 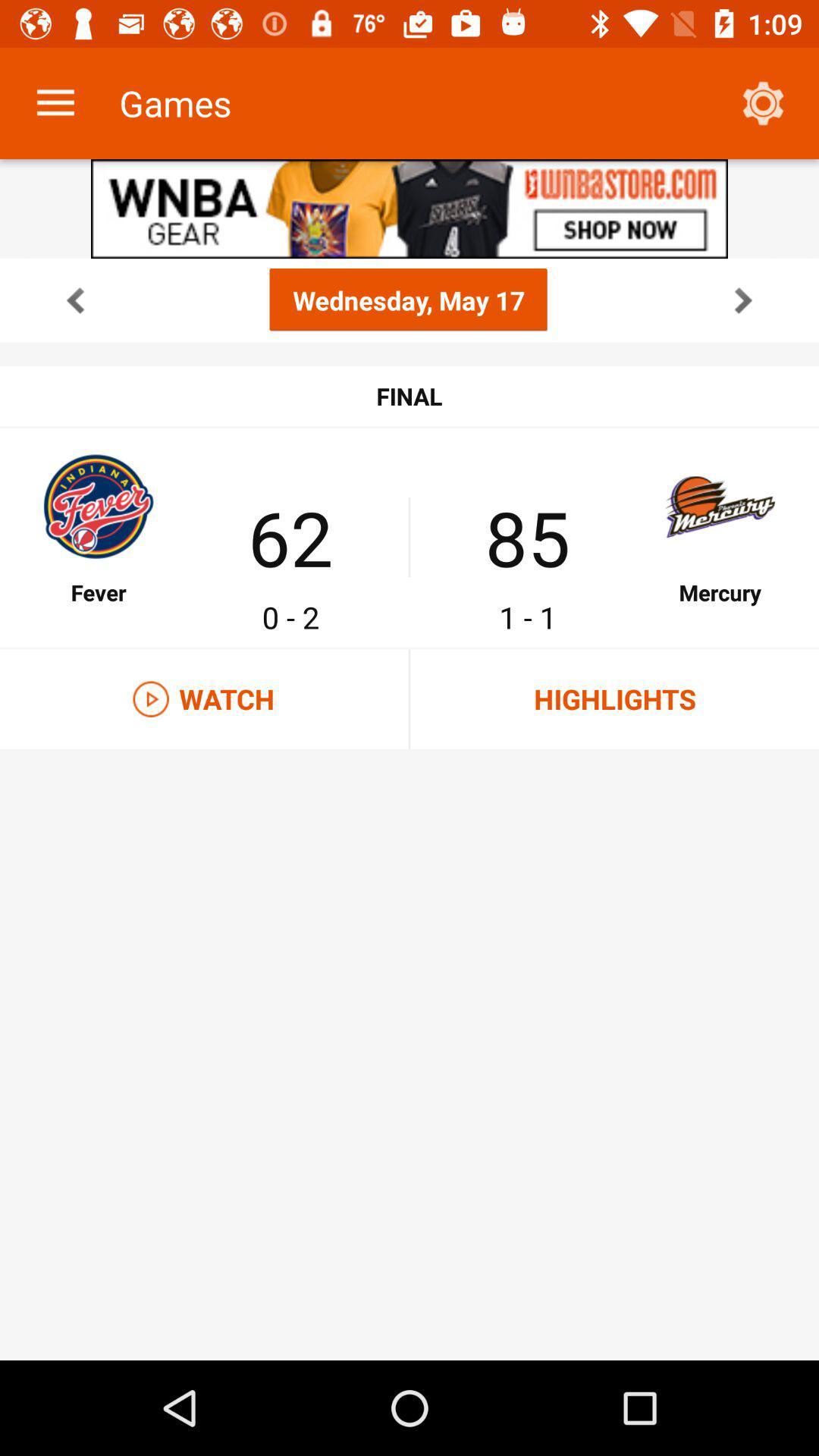 What do you see at coordinates (75, 300) in the screenshot?
I see `the arrow_backward icon` at bounding box center [75, 300].